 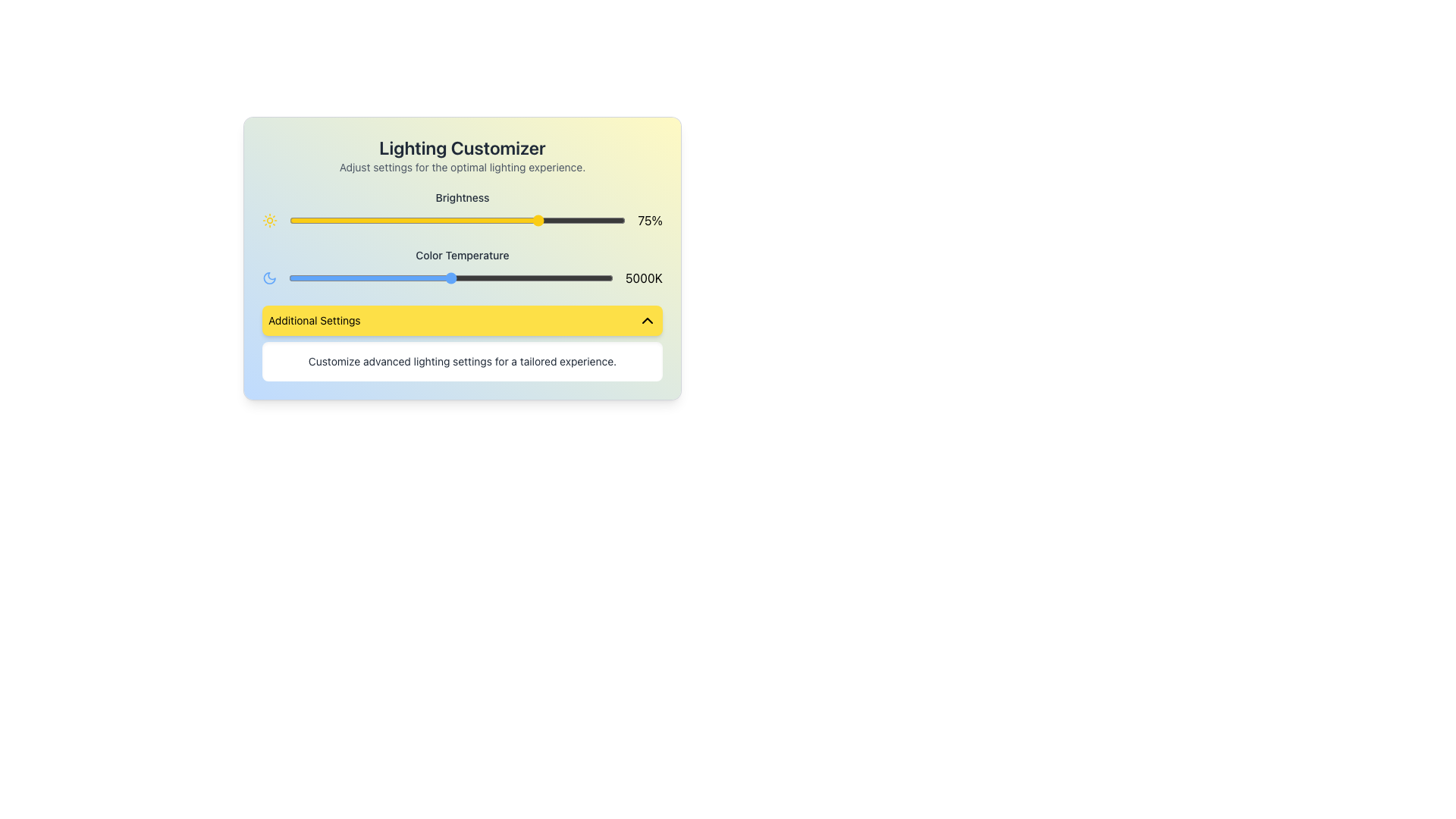 What do you see at coordinates (502, 278) in the screenshot?
I see `the color temperature` at bounding box center [502, 278].